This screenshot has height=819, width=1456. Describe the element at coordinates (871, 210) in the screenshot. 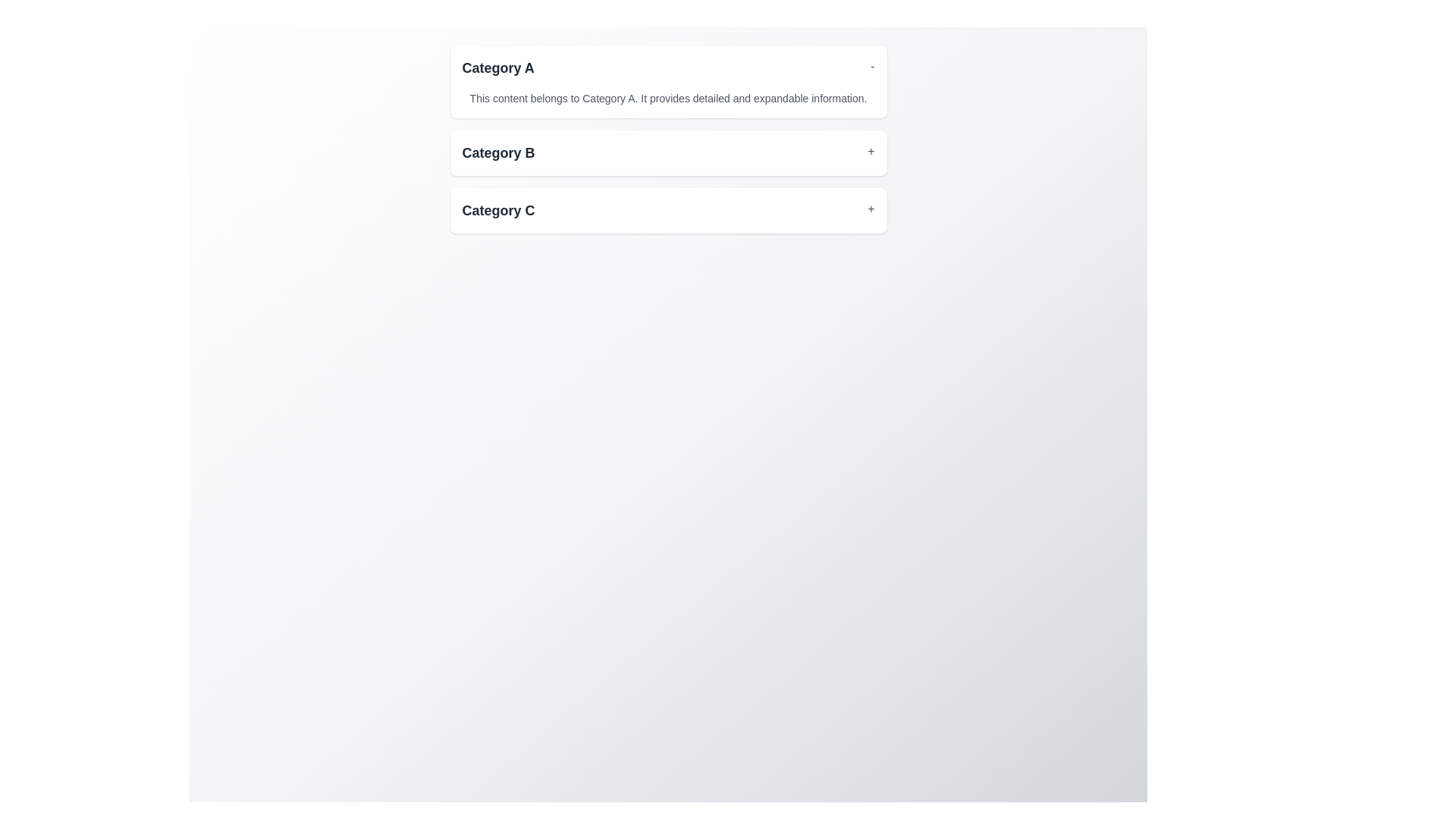

I see `the '+' button for 'Category C'` at that location.